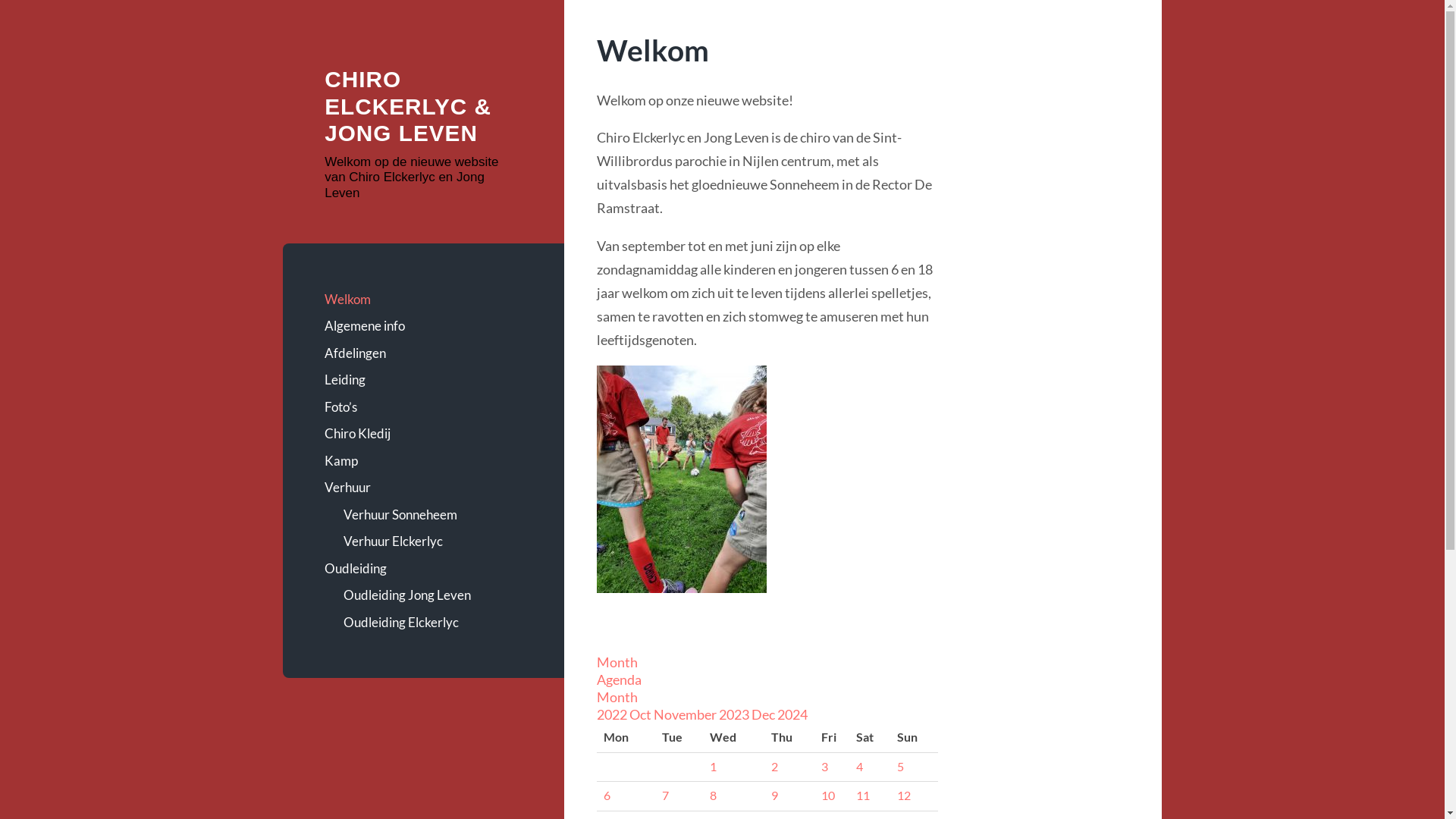 This screenshot has width=1456, height=819. What do you see at coordinates (431, 595) in the screenshot?
I see `'Oudleiding Jong Leven'` at bounding box center [431, 595].